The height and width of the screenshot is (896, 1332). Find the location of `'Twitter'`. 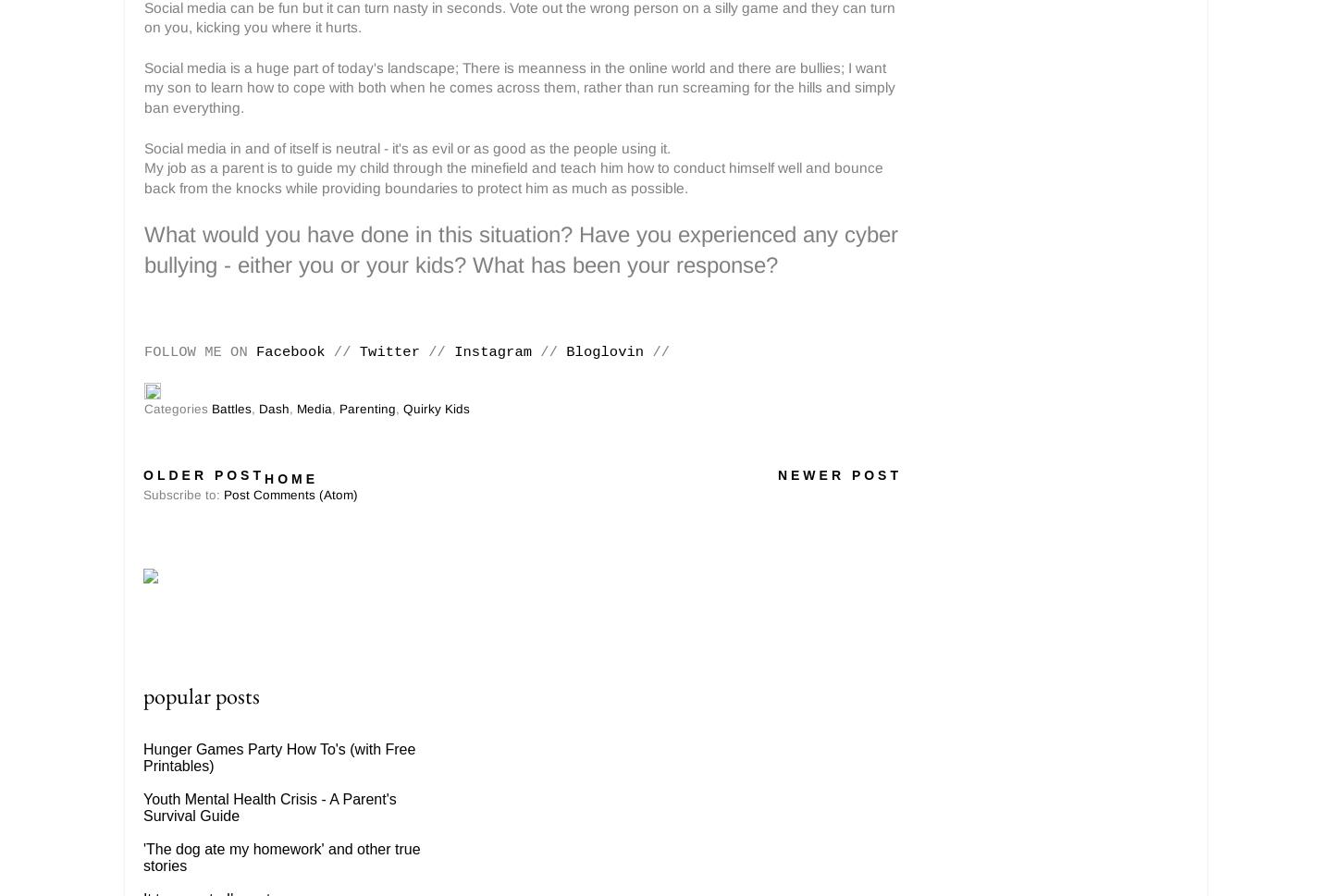

'Twitter' is located at coordinates (388, 352).